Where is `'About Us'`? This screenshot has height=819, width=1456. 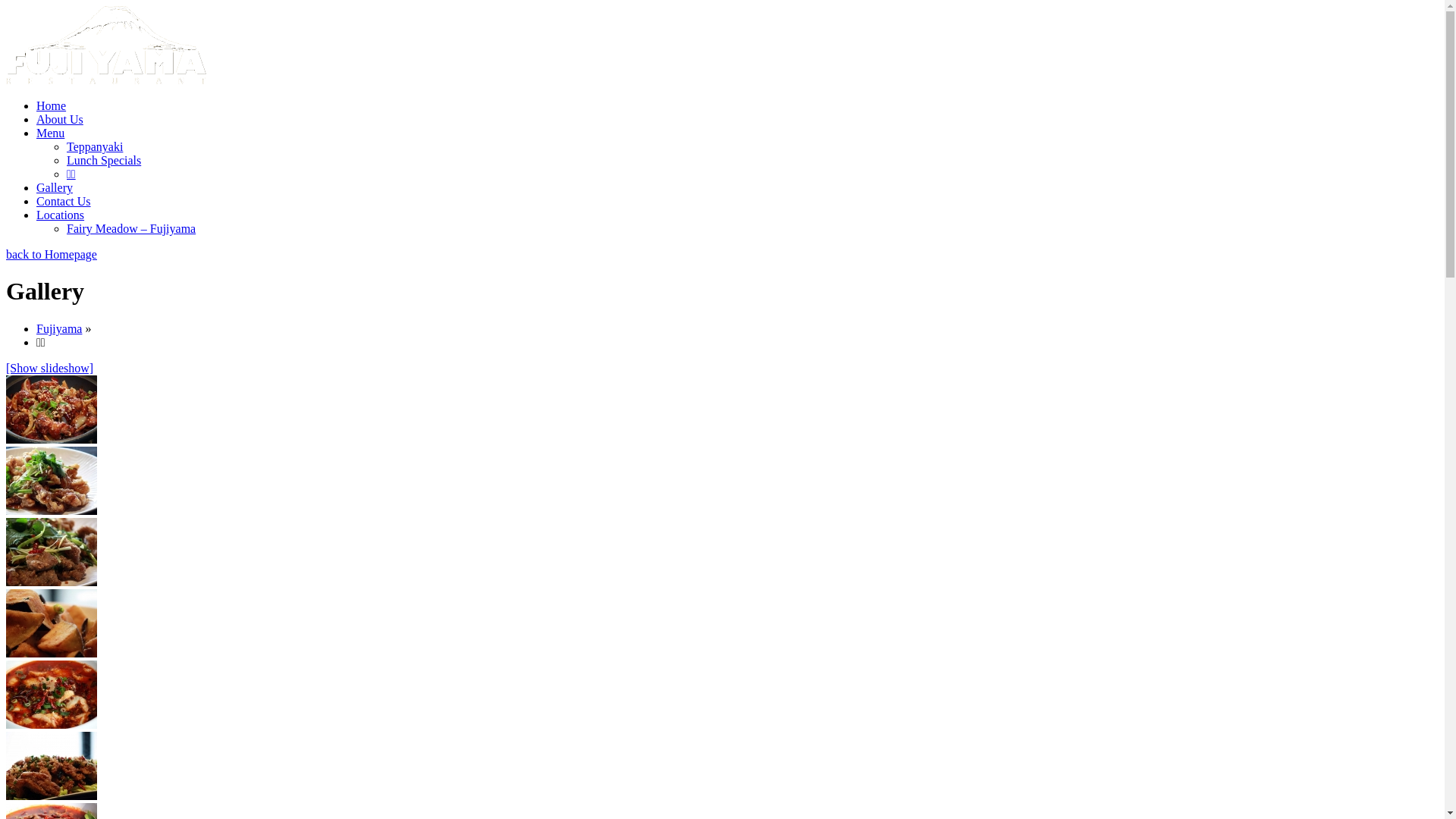
'About Us' is located at coordinates (59, 118).